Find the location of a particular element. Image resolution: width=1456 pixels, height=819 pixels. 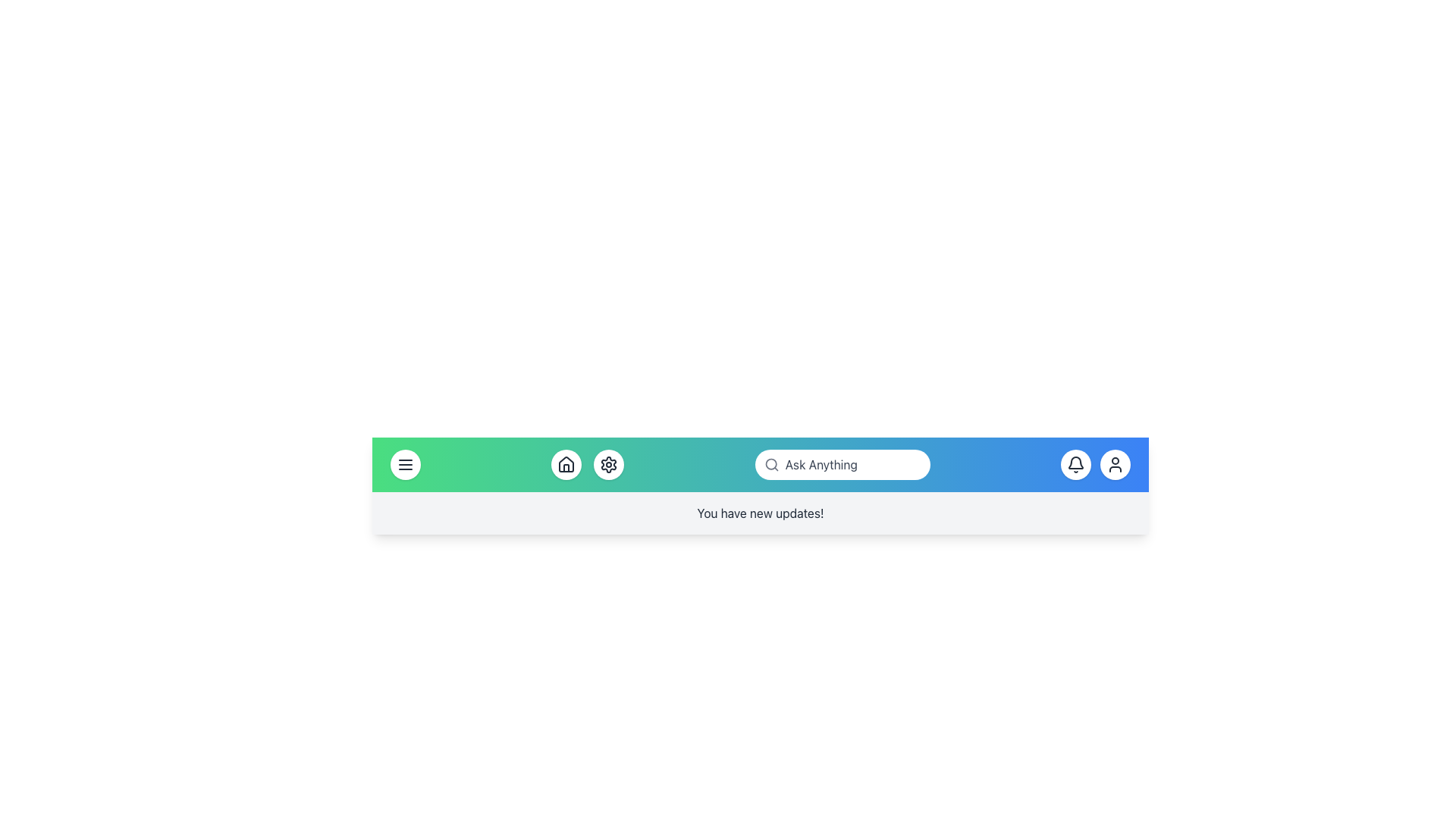

the notification button, which is the first circular icon on the right side of the blue bar is located at coordinates (1075, 464).